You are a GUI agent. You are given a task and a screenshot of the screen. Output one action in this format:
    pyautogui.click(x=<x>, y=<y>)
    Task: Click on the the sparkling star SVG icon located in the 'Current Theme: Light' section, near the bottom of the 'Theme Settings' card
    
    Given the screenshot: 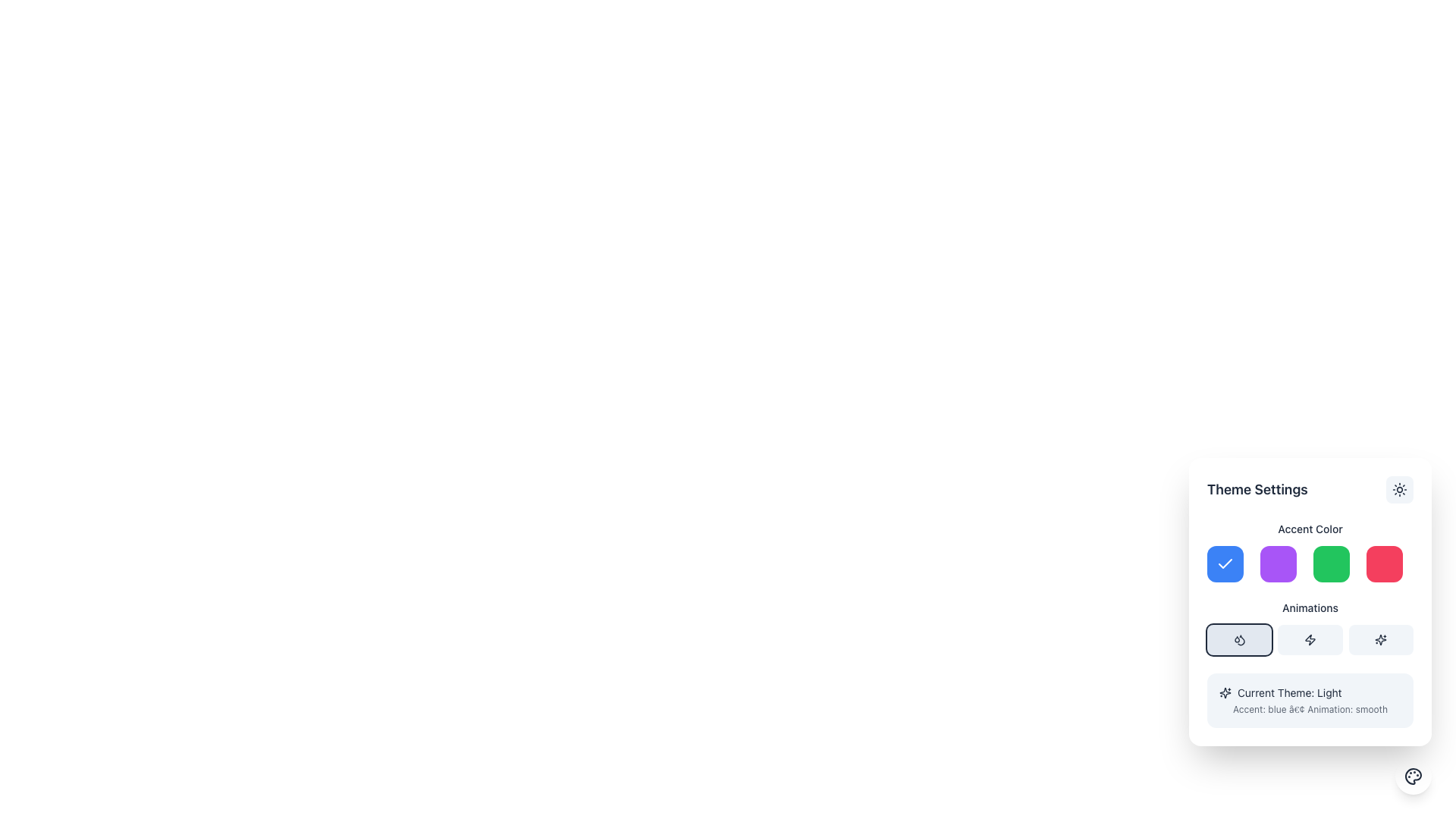 What is the action you would take?
    pyautogui.click(x=1225, y=693)
    